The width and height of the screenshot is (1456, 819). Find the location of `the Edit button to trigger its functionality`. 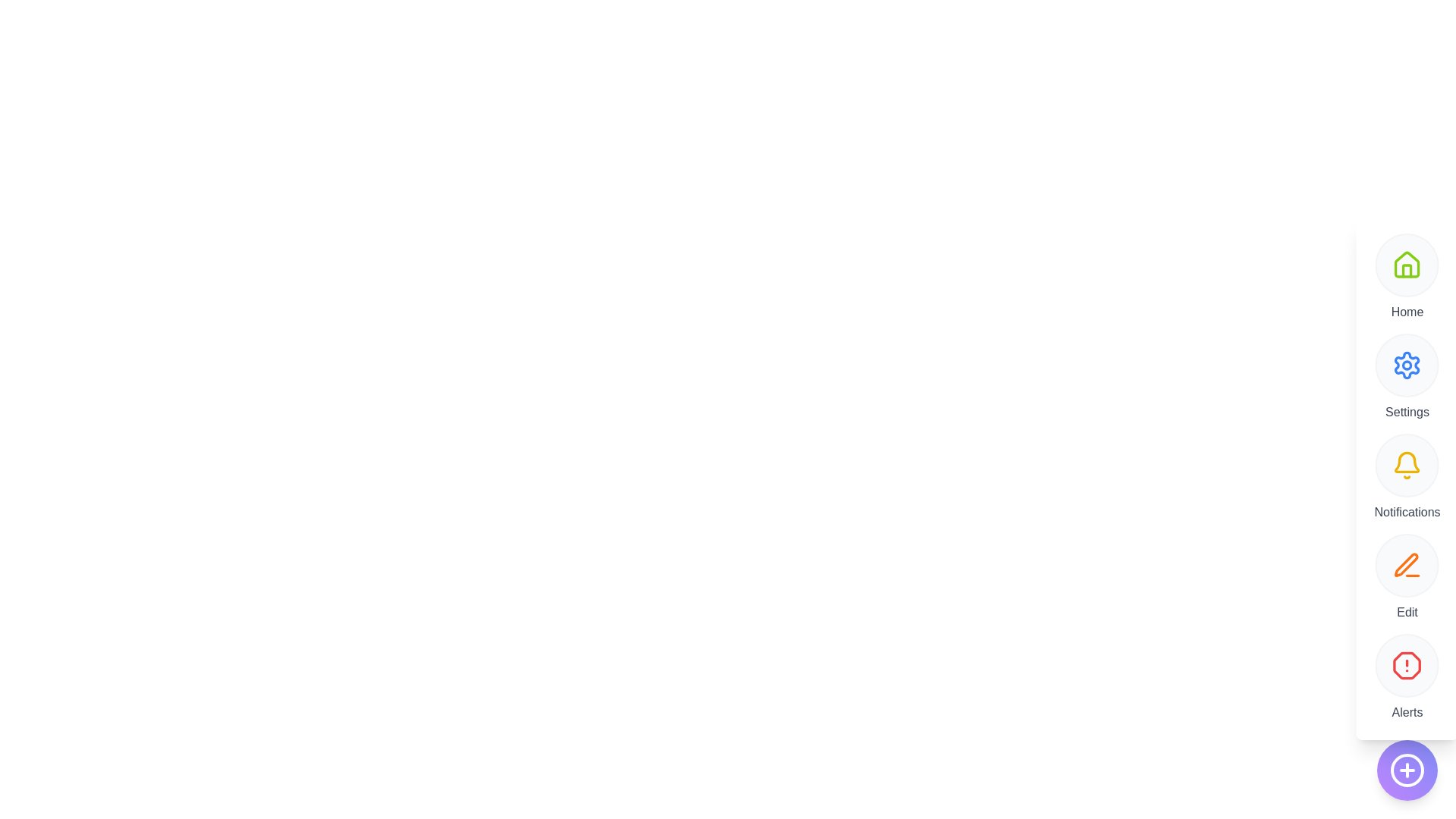

the Edit button to trigger its functionality is located at coordinates (1407, 565).